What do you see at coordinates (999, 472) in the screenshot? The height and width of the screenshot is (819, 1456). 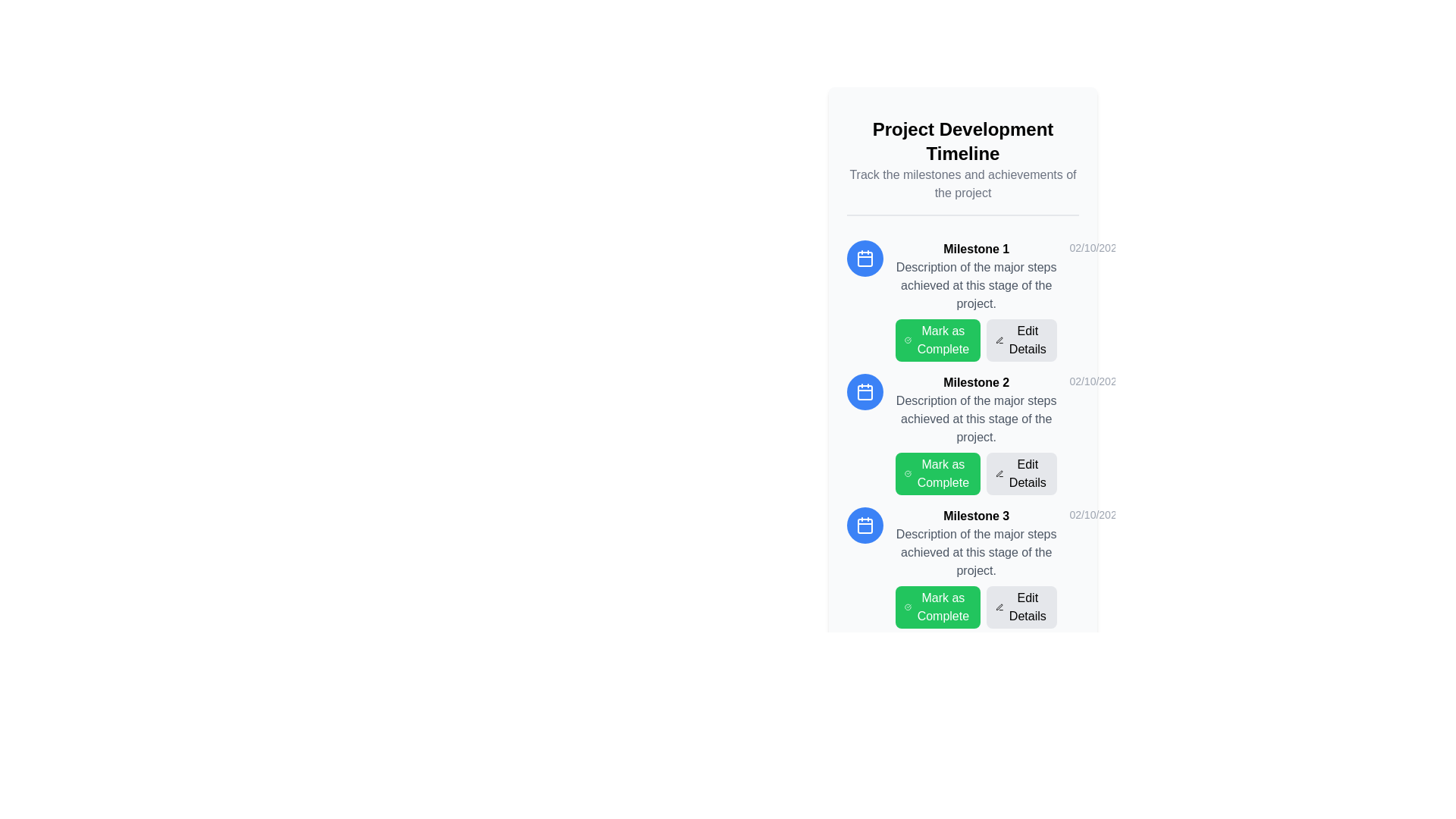 I see `the leftmost SVG icon within the 'Edit Details' button group located to the right side of each milestone block` at bounding box center [999, 472].